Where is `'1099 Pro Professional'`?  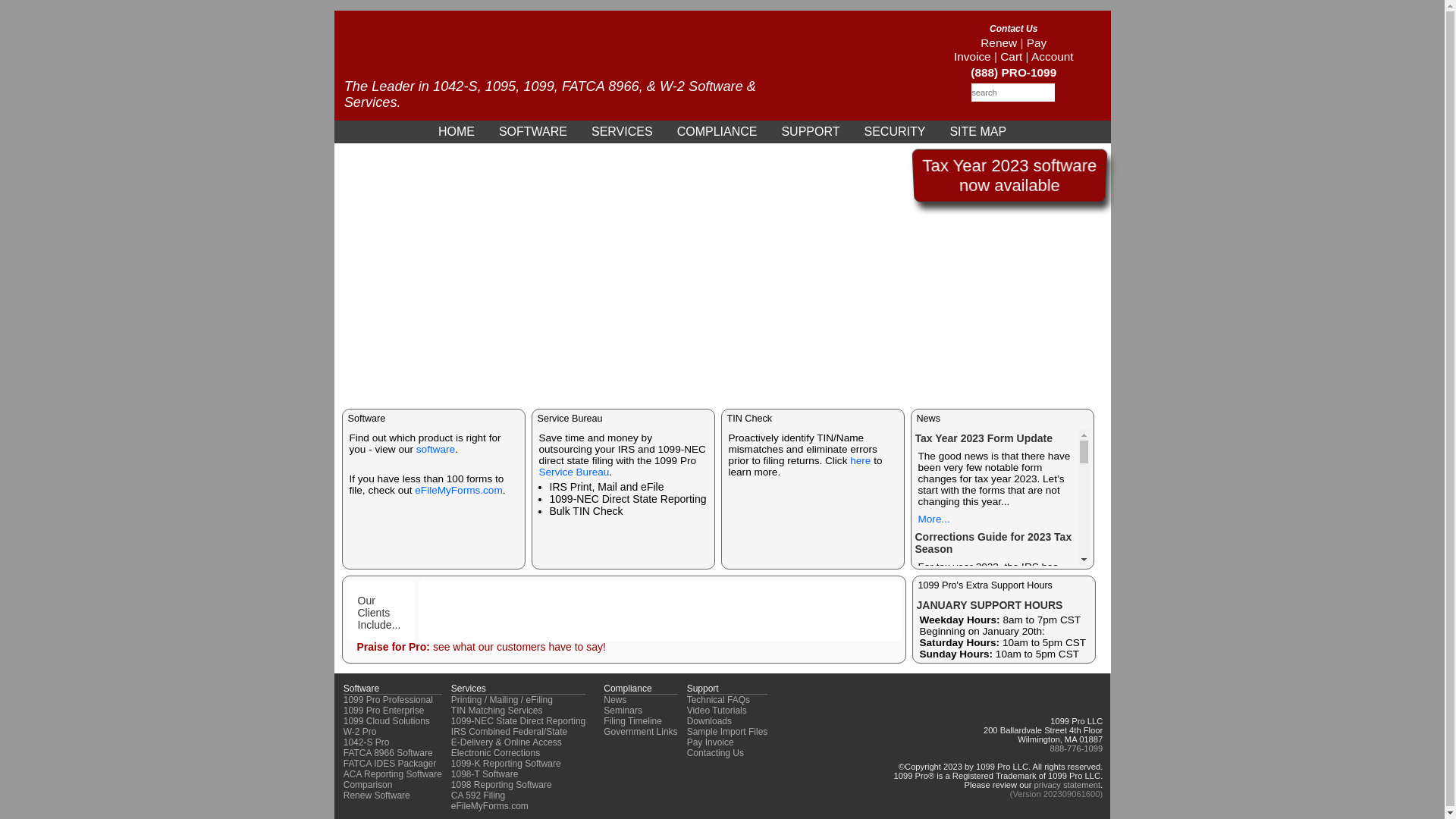 '1099 Pro Professional' is located at coordinates (388, 699).